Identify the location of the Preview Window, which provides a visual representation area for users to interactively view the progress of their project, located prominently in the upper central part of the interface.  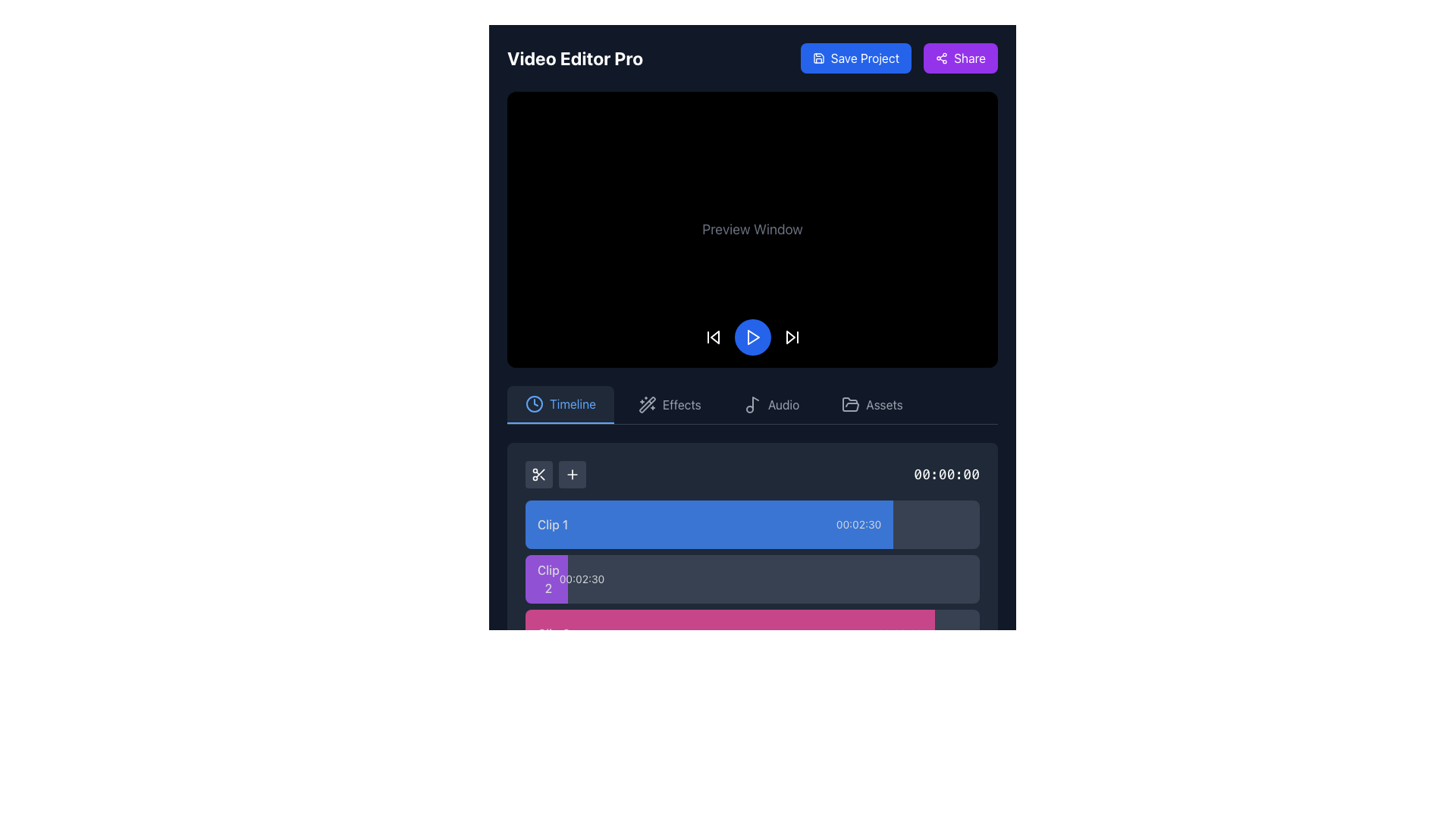
(752, 229).